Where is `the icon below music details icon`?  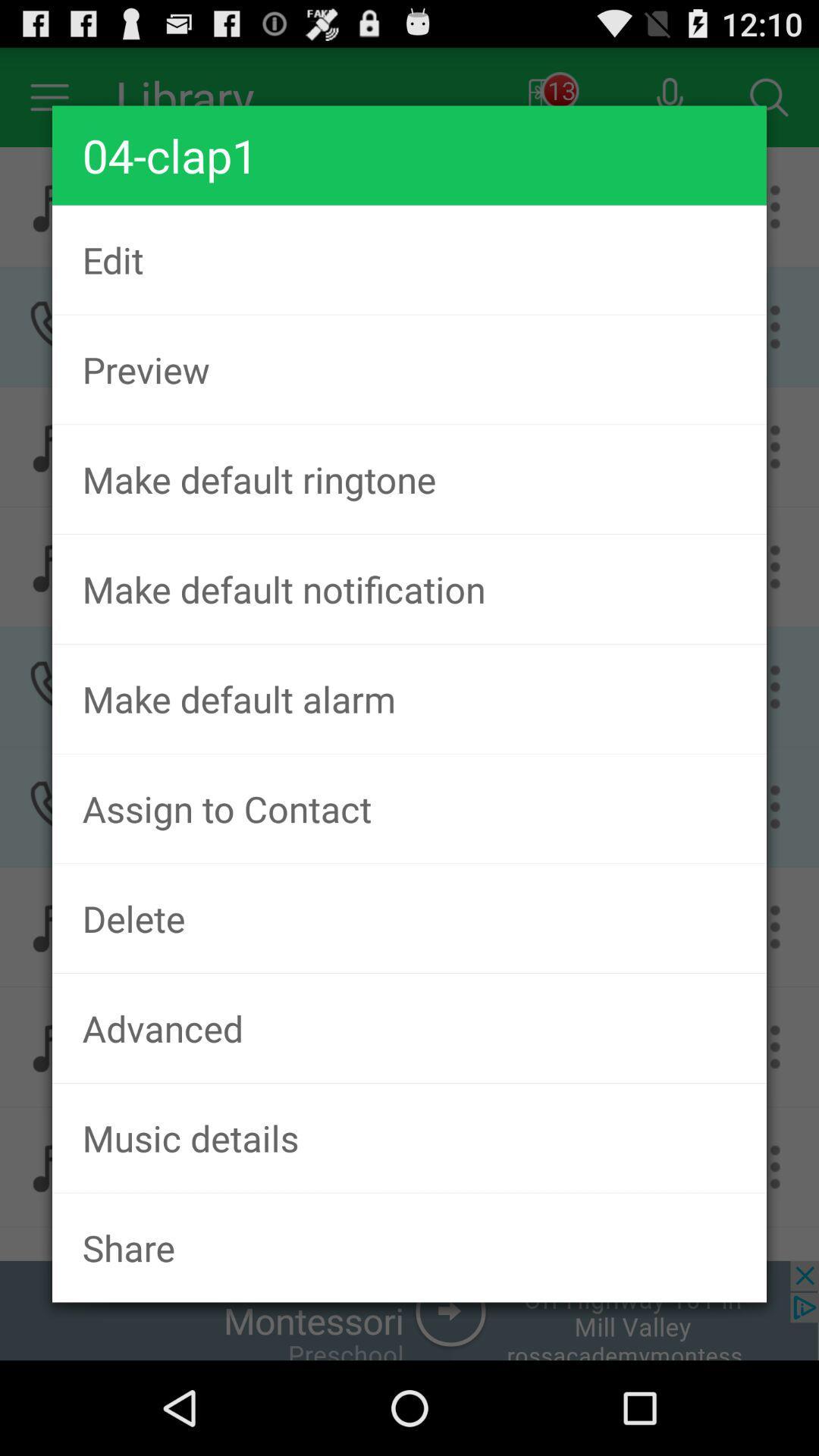 the icon below music details icon is located at coordinates (409, 1247).